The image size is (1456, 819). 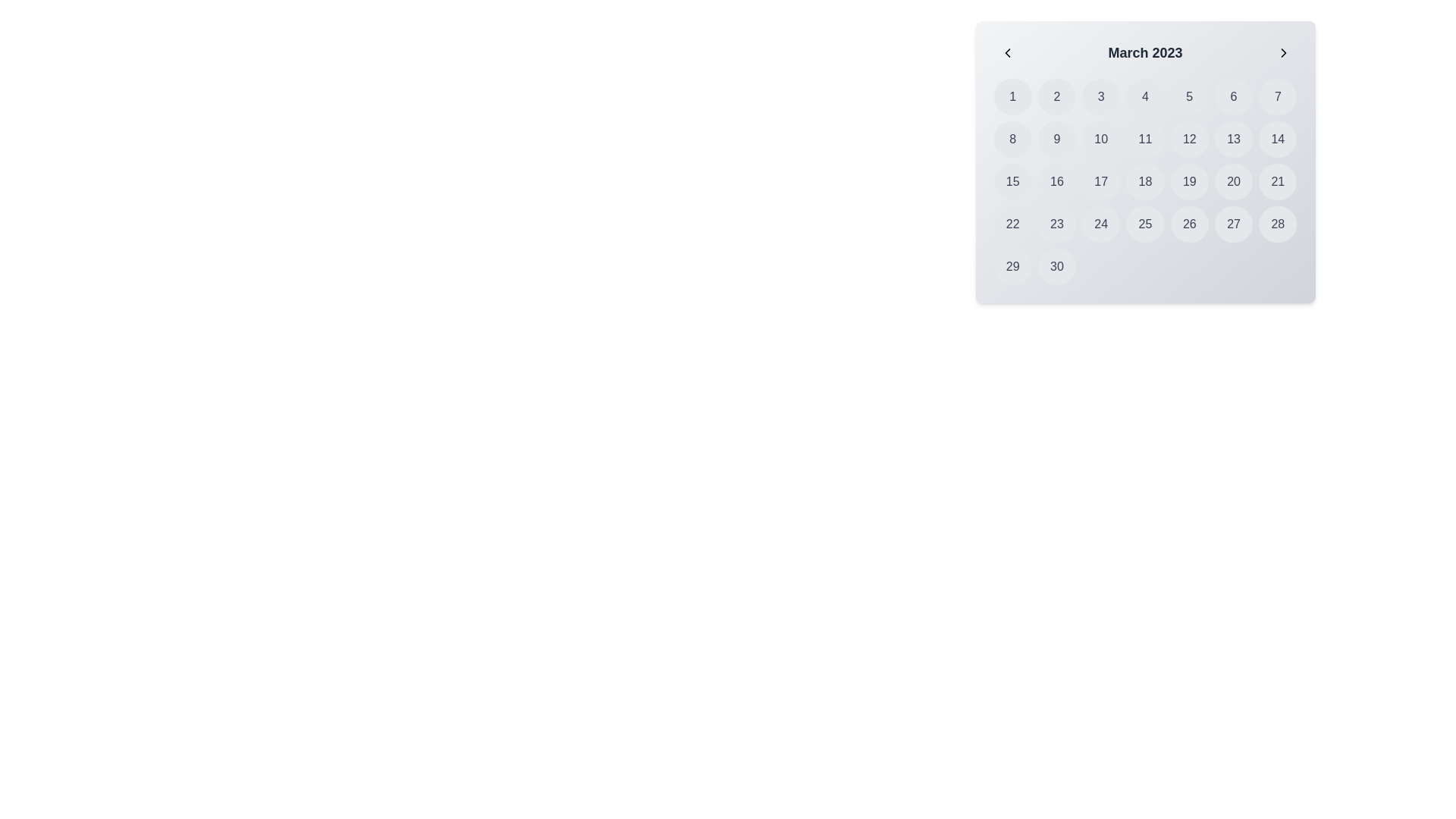 I want to click on the circular day cell labeled '28' in the calendar grid, so click(x=1277, y=224).